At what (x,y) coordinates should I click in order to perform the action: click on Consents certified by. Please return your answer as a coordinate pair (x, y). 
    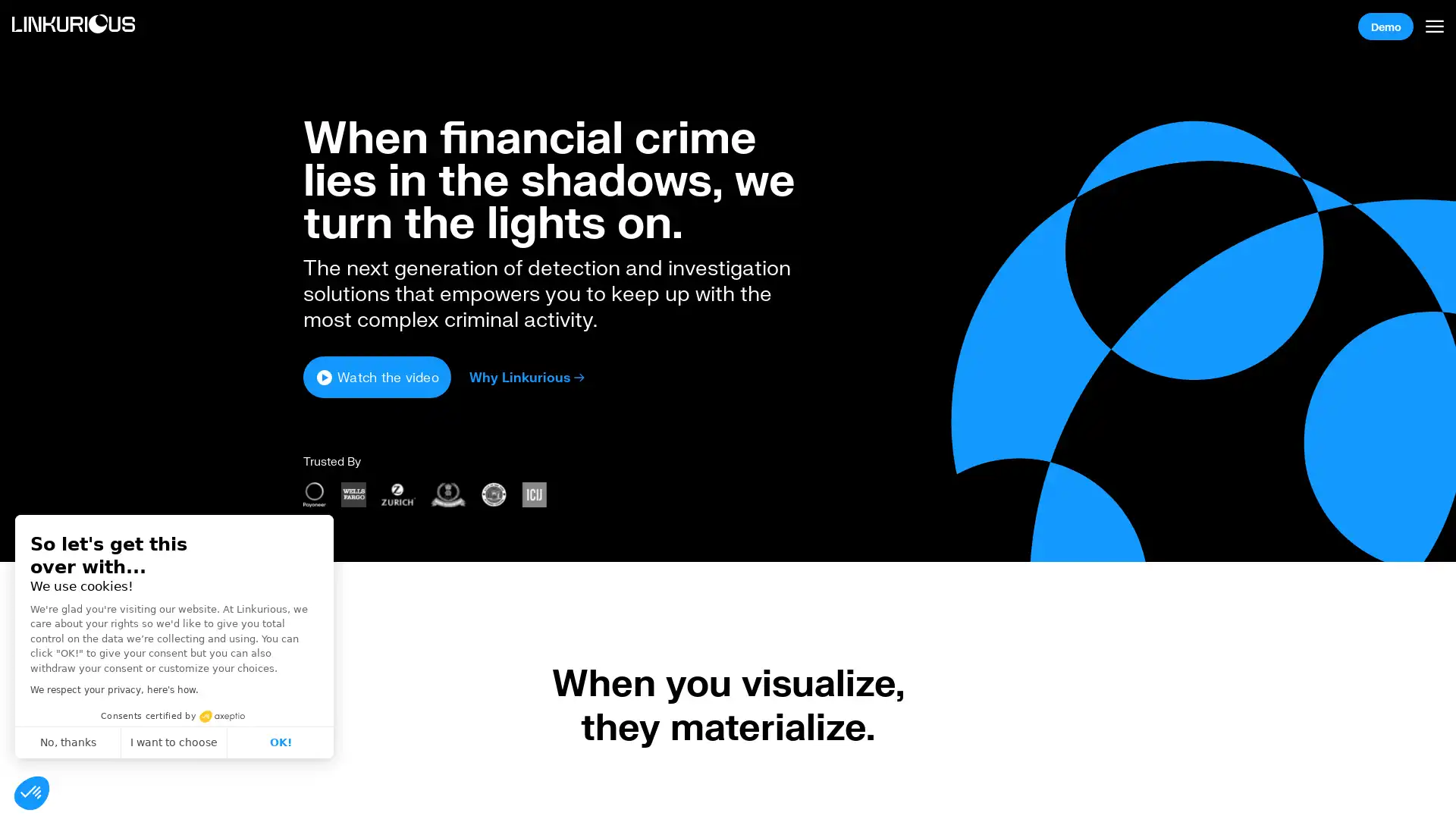
    Looking at the image, I should click on (174, 716).